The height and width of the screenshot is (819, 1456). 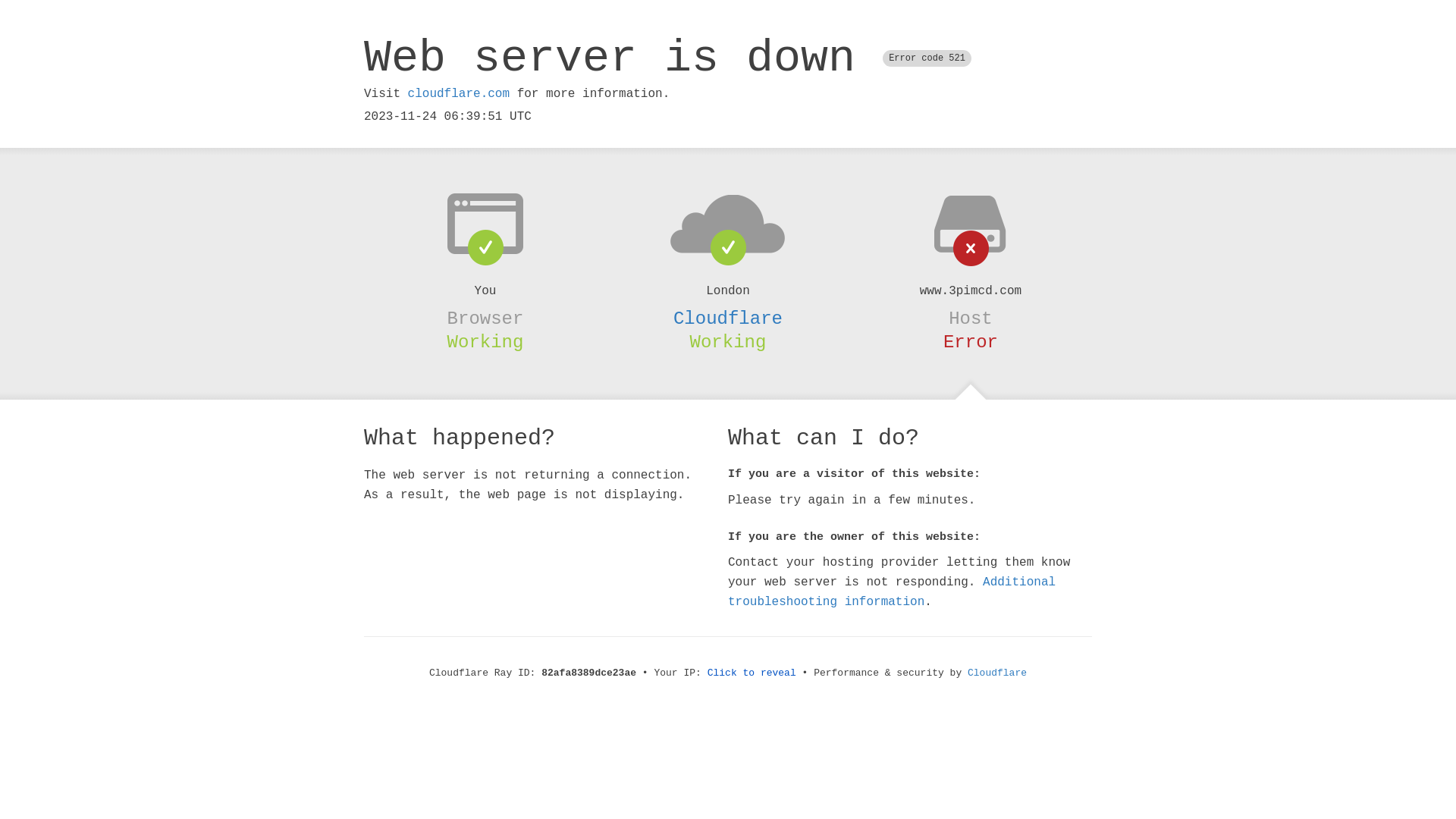 What do you see at coordinates (892, 591) in the screenshot?
I see `'Additional troubleshooting information'` at bounding box center [892, 591].